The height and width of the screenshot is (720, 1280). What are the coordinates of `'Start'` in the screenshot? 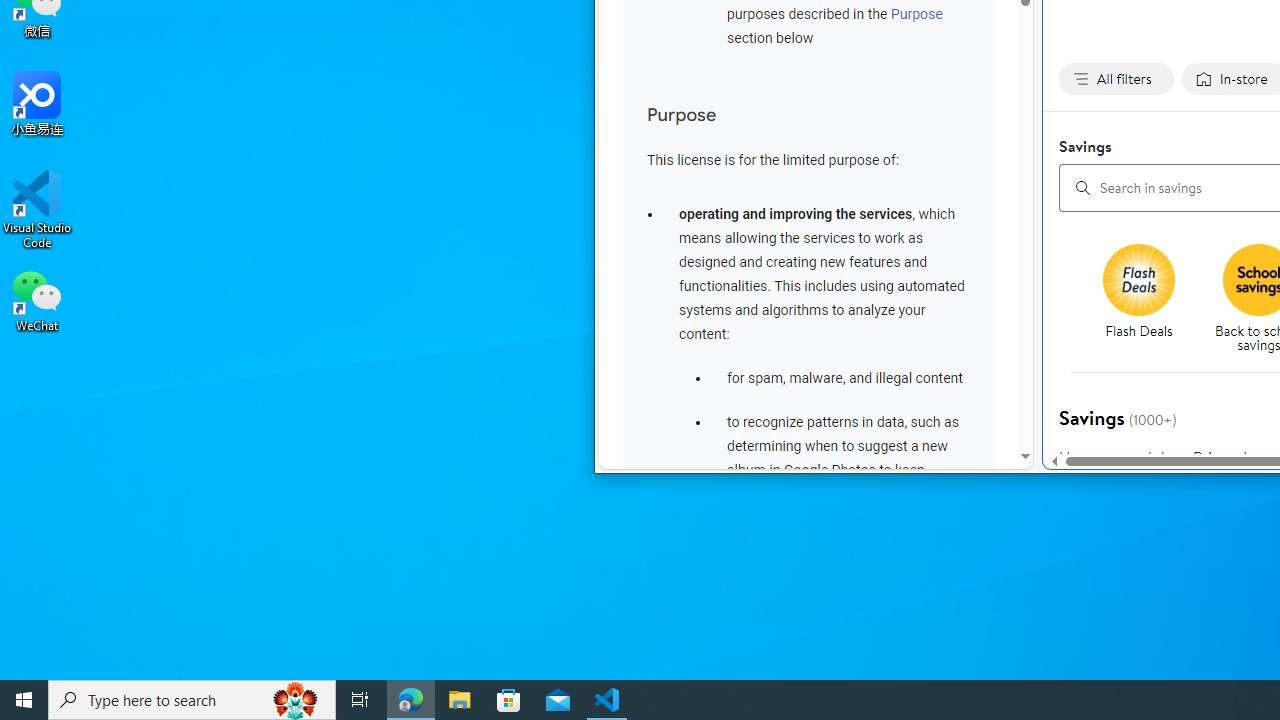 It's located at (24, 698).